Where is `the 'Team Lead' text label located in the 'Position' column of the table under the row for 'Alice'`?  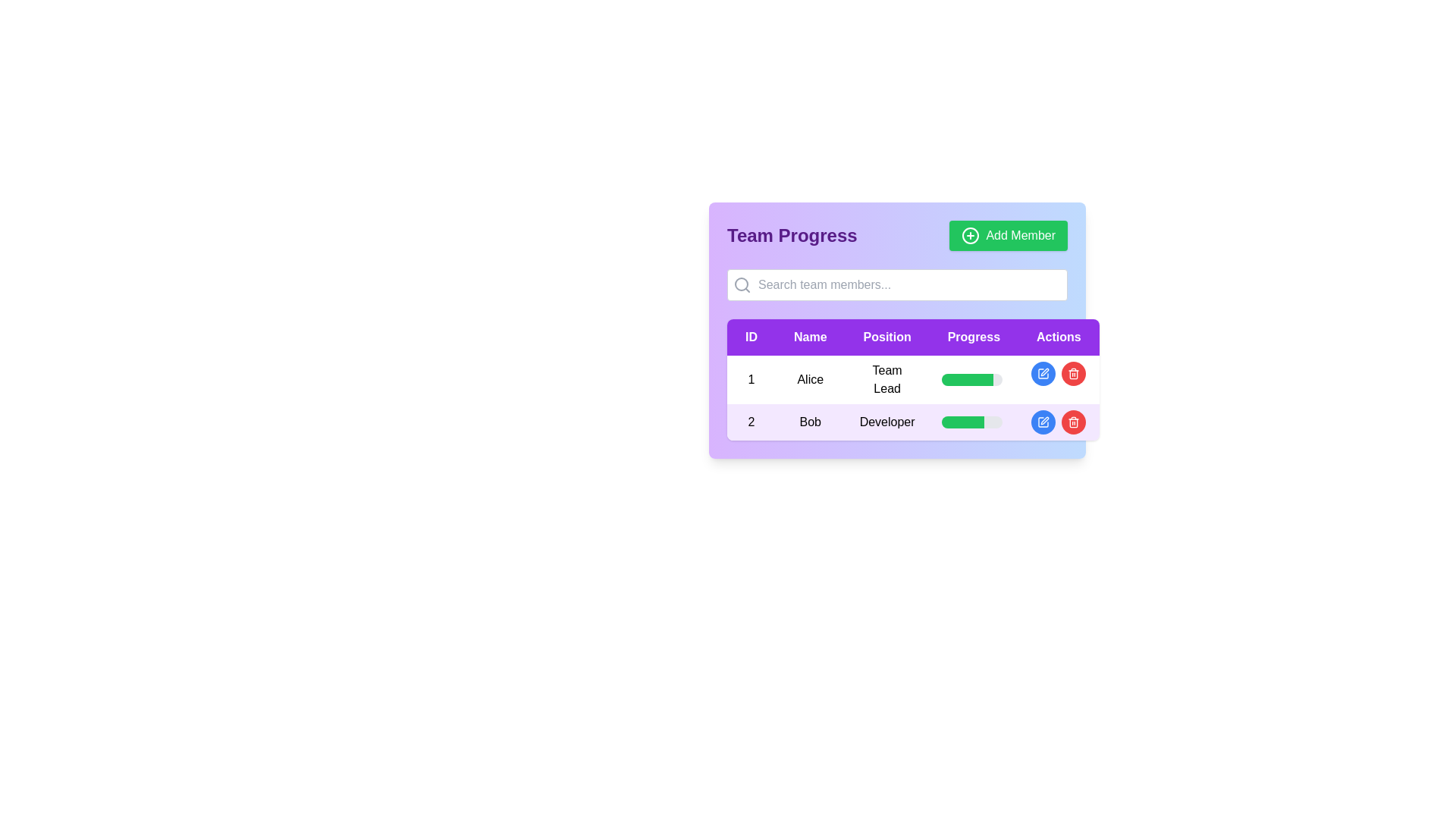
the 'Team Lead' text label located in the 'Position' column of the table under the row for 'Alice' is located at coordinates (887, 379).